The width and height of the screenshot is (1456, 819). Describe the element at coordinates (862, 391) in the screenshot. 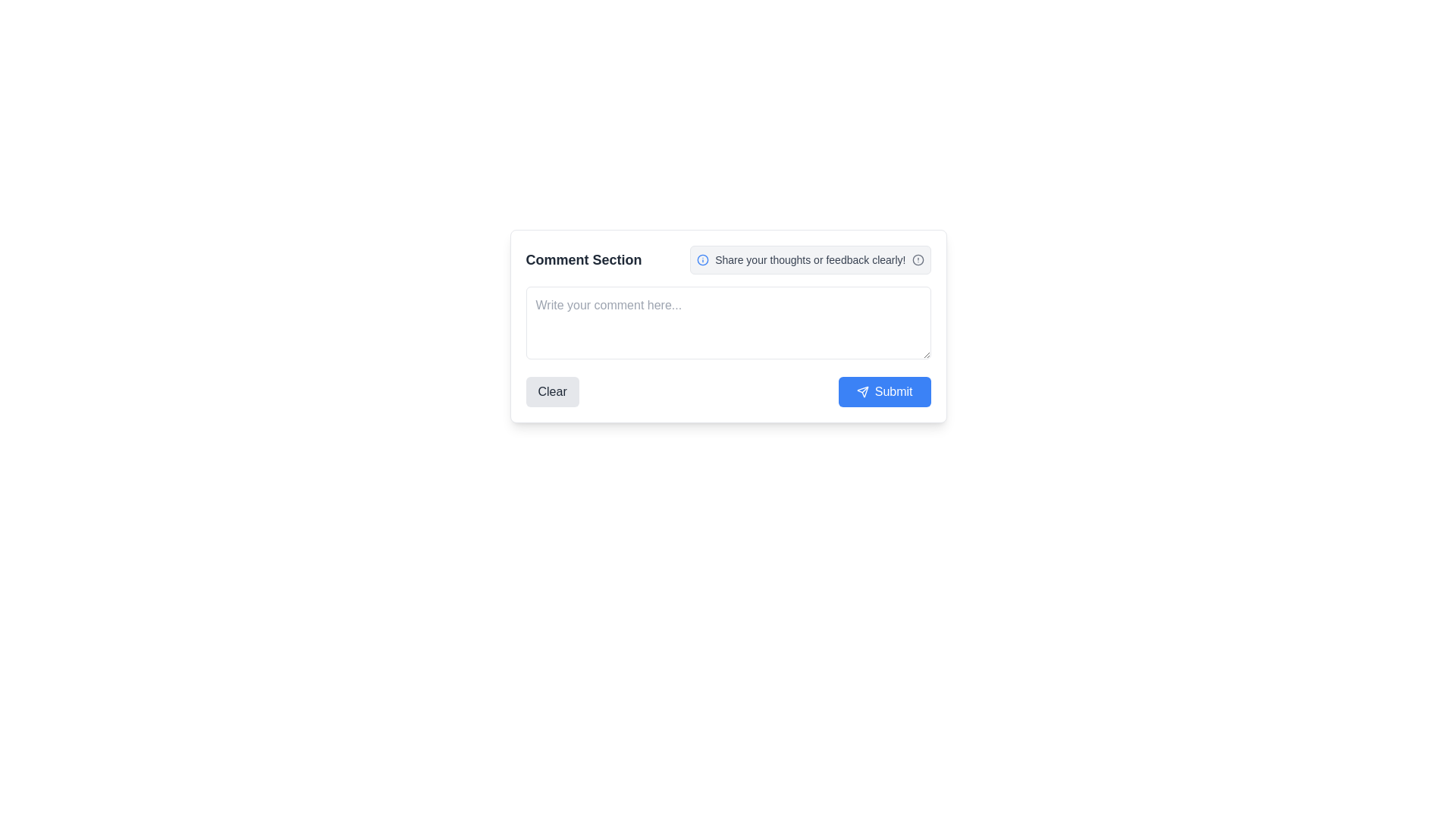

I see `the 'send' icon located within the 'Submit' button at the bottom-right of the 'Comment Section' card, positioned to the left of the 'Submit' text` at that location.